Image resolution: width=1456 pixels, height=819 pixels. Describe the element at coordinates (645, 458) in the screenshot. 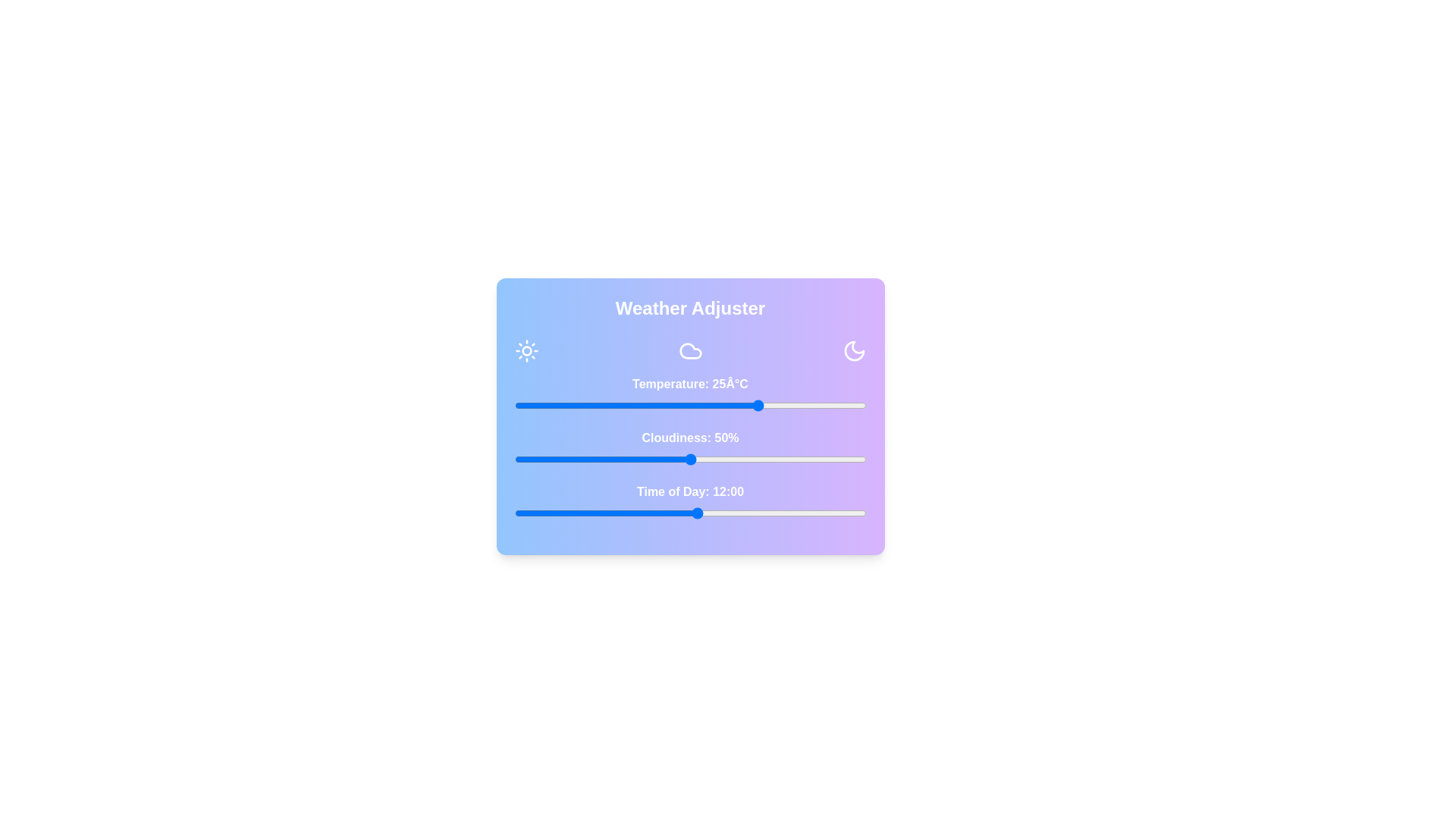

I see `the cloudiness level` at that location.